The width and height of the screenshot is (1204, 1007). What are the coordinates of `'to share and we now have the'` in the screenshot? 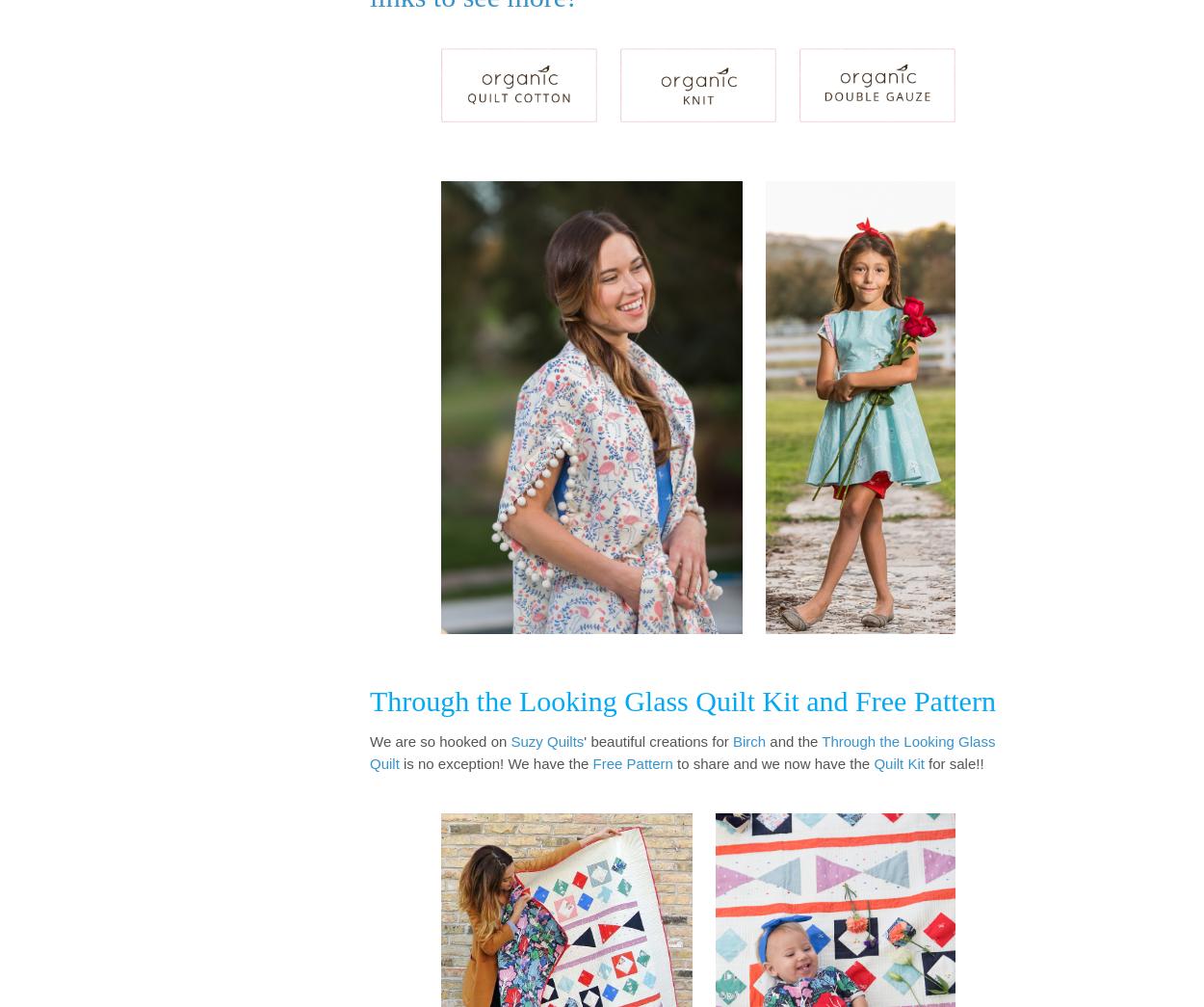 It's located at (772, 762).